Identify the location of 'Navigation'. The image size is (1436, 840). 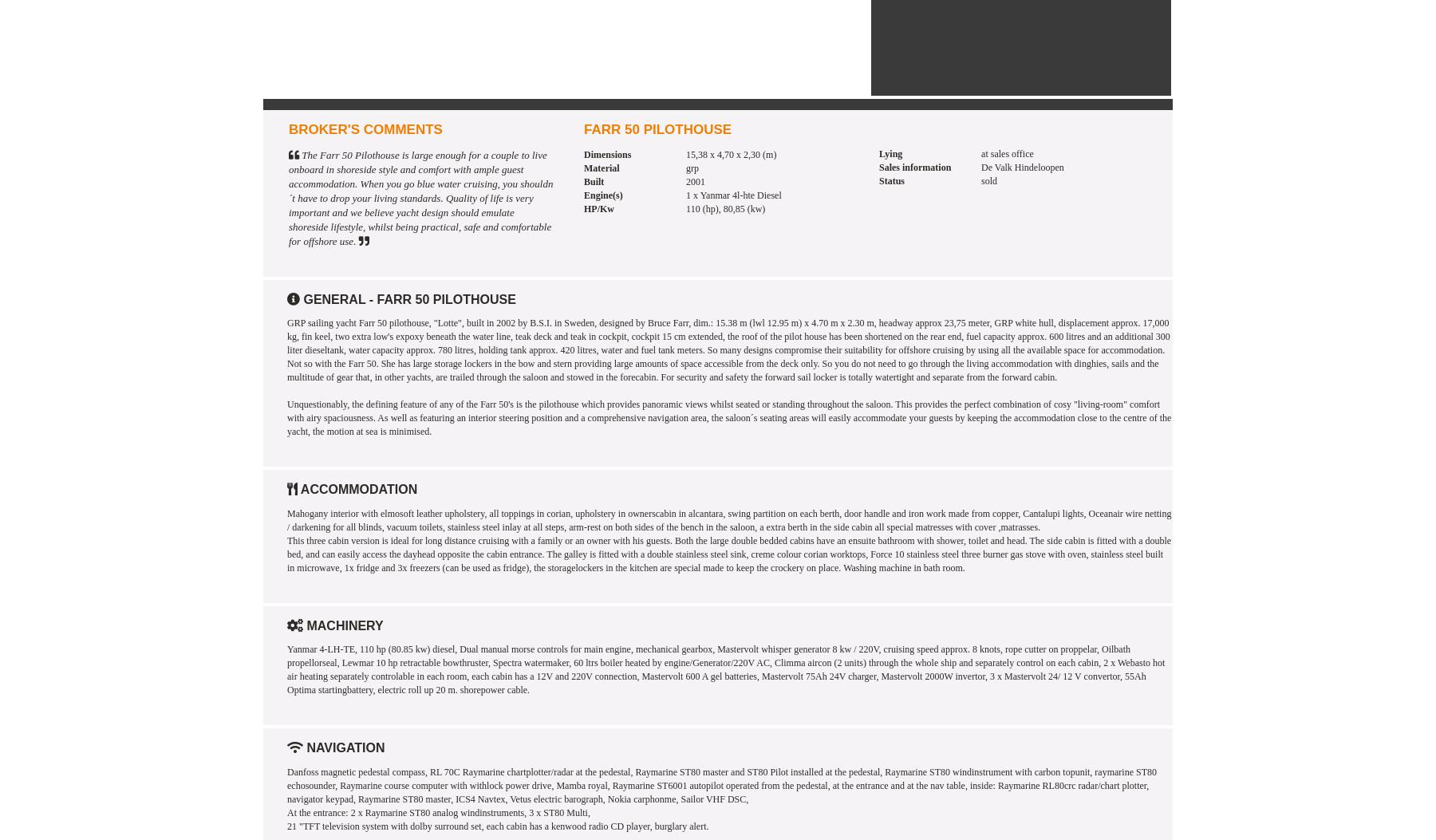
(302, 747).